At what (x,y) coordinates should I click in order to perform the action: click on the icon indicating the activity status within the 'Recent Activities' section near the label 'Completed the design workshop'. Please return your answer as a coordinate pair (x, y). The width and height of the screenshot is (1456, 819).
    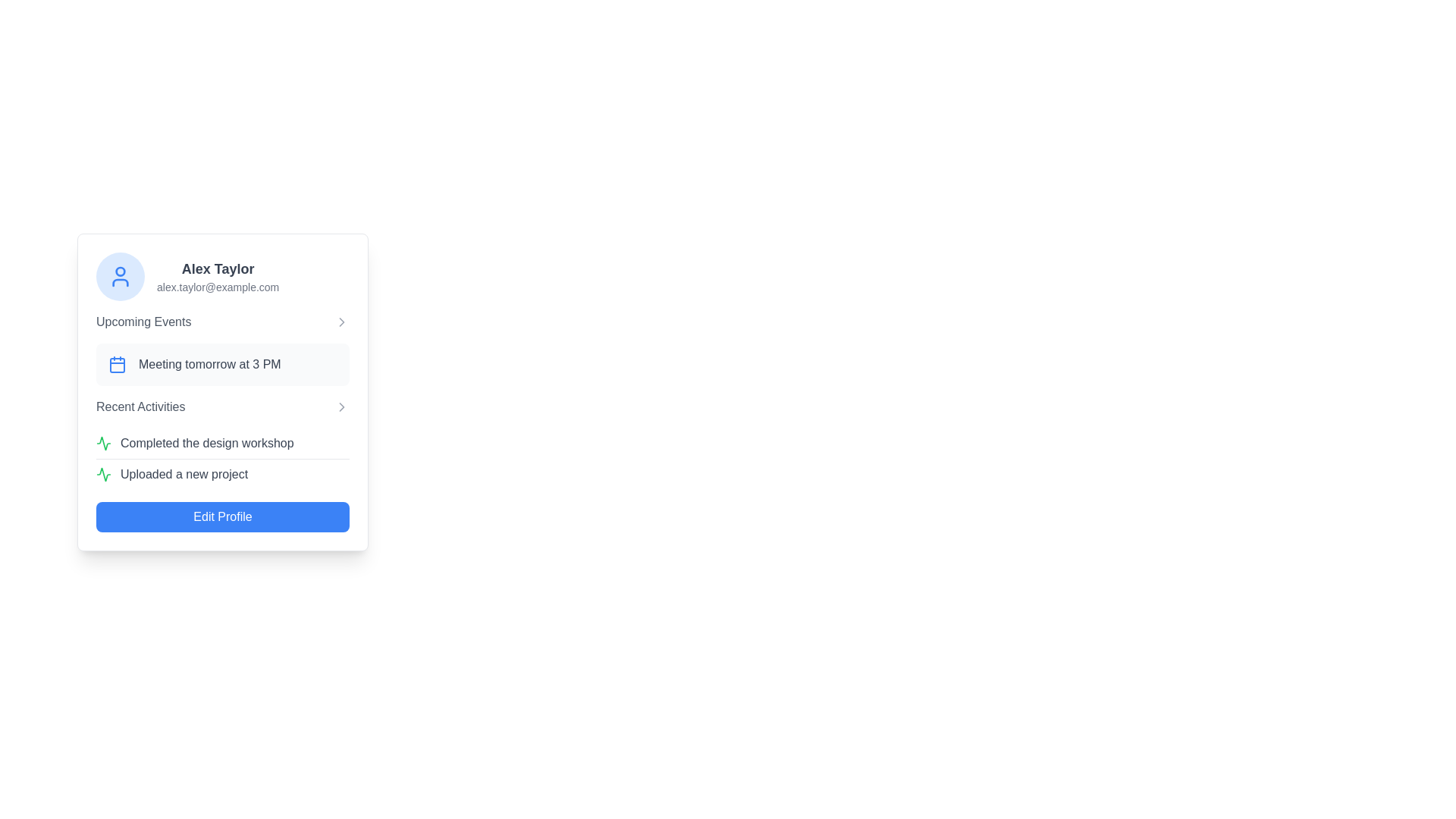
    Looking at the image, I should click on (103, 473).